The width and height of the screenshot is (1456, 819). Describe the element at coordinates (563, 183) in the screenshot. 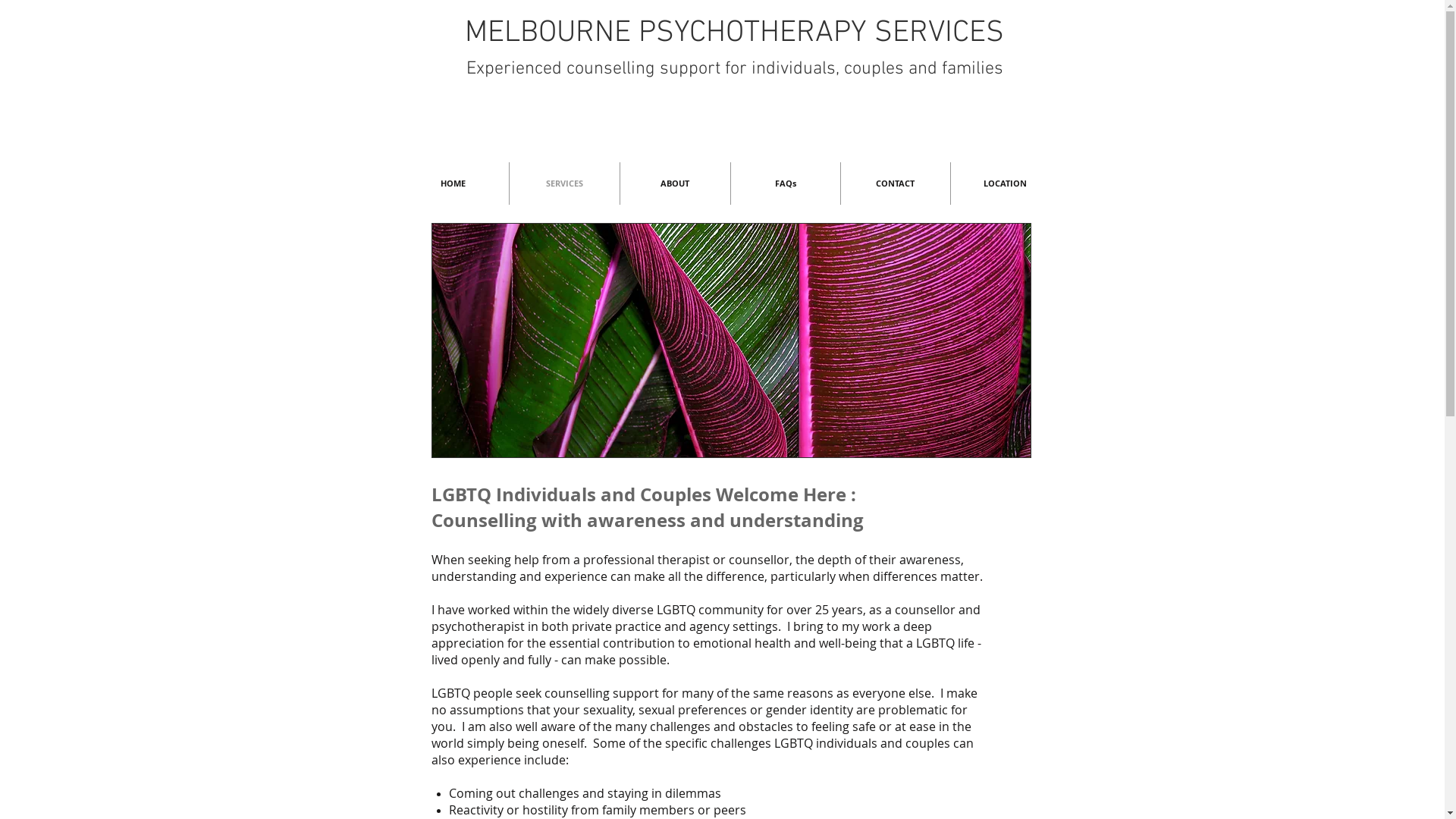

I see `'SERVICES'` at that location.